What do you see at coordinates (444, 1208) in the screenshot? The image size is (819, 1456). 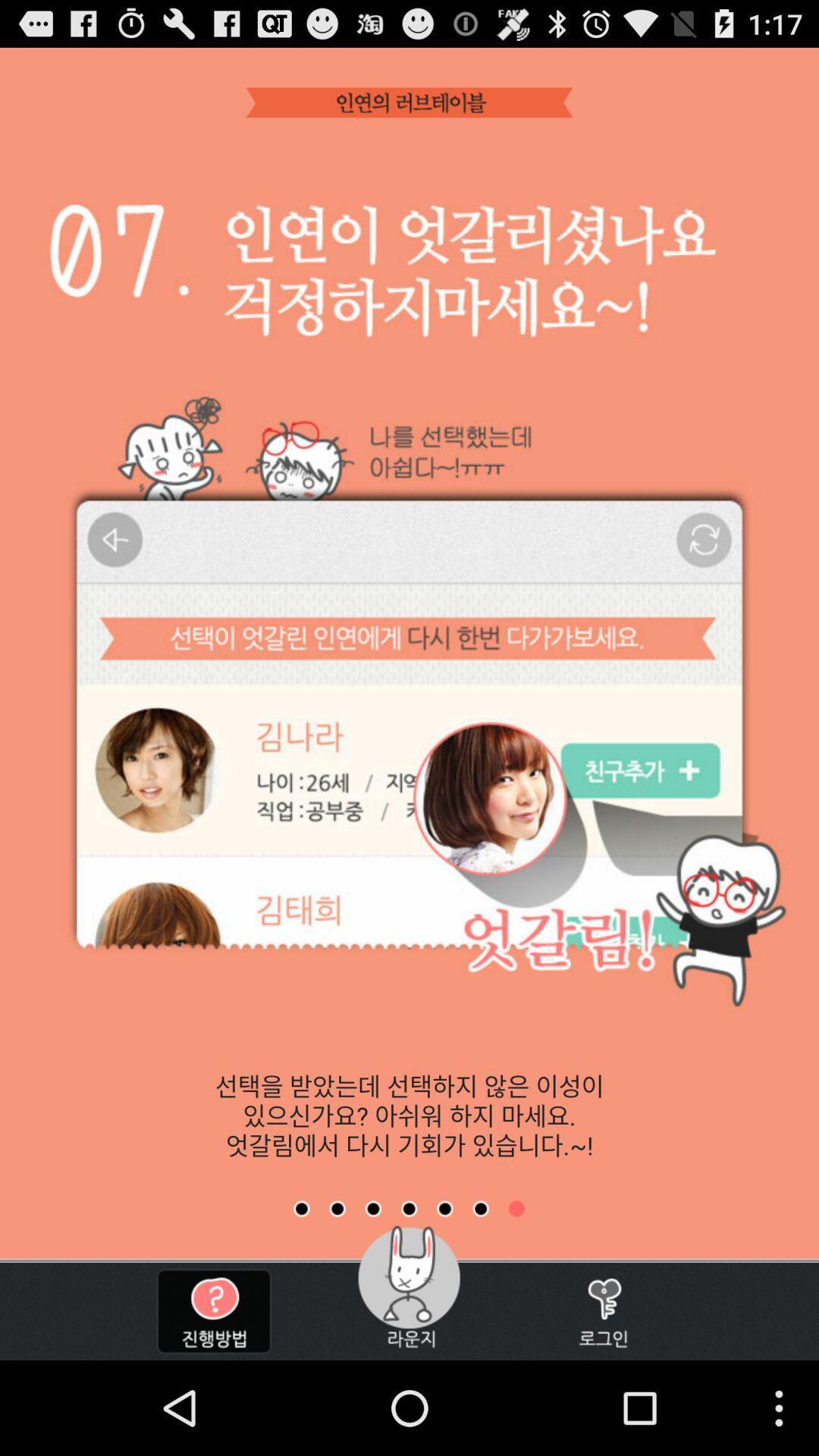 I see `next` at bounding box center [444, 1208].